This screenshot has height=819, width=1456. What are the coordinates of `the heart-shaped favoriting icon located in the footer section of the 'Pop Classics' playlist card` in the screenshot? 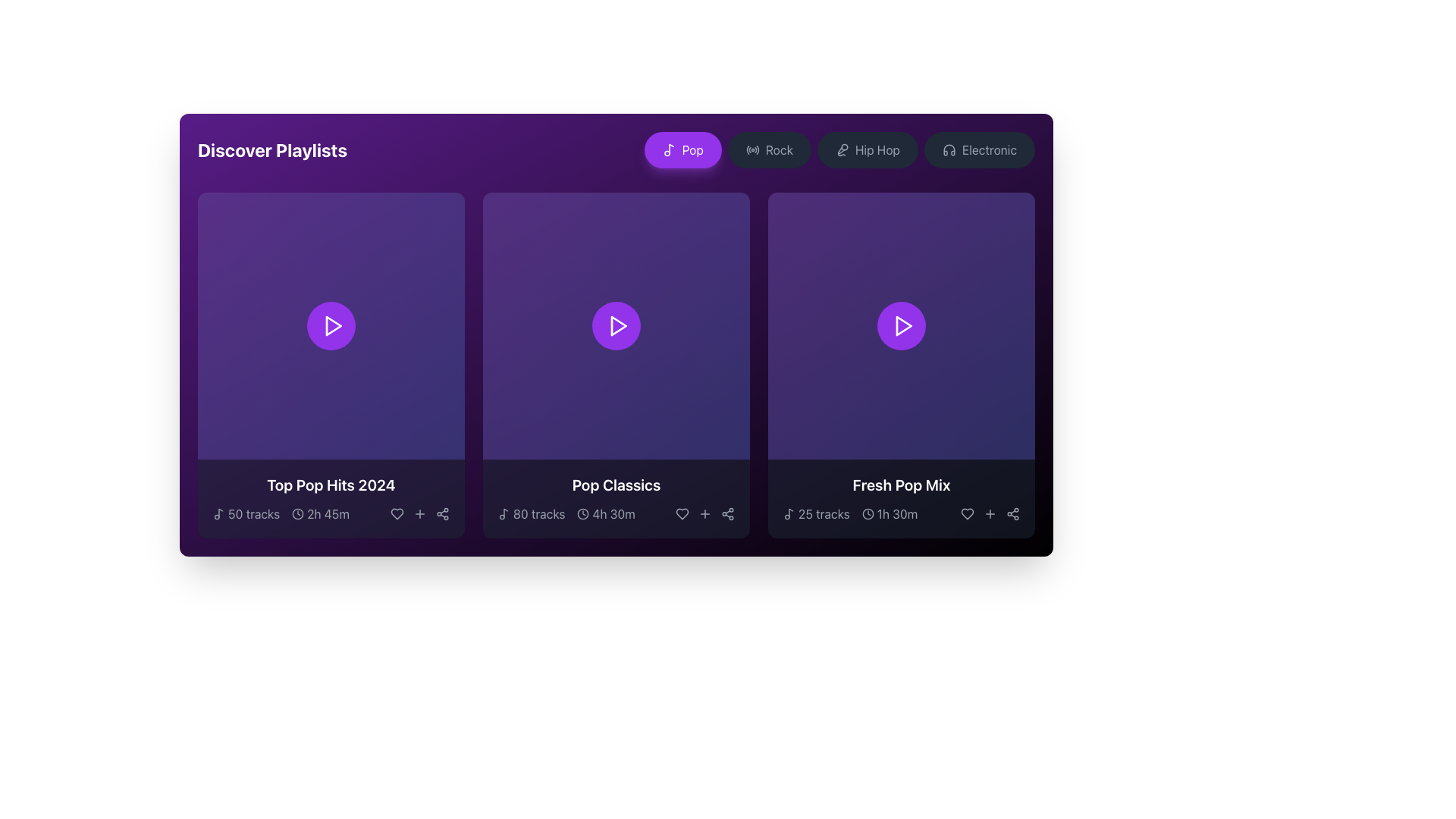 It's located at (682, 513).